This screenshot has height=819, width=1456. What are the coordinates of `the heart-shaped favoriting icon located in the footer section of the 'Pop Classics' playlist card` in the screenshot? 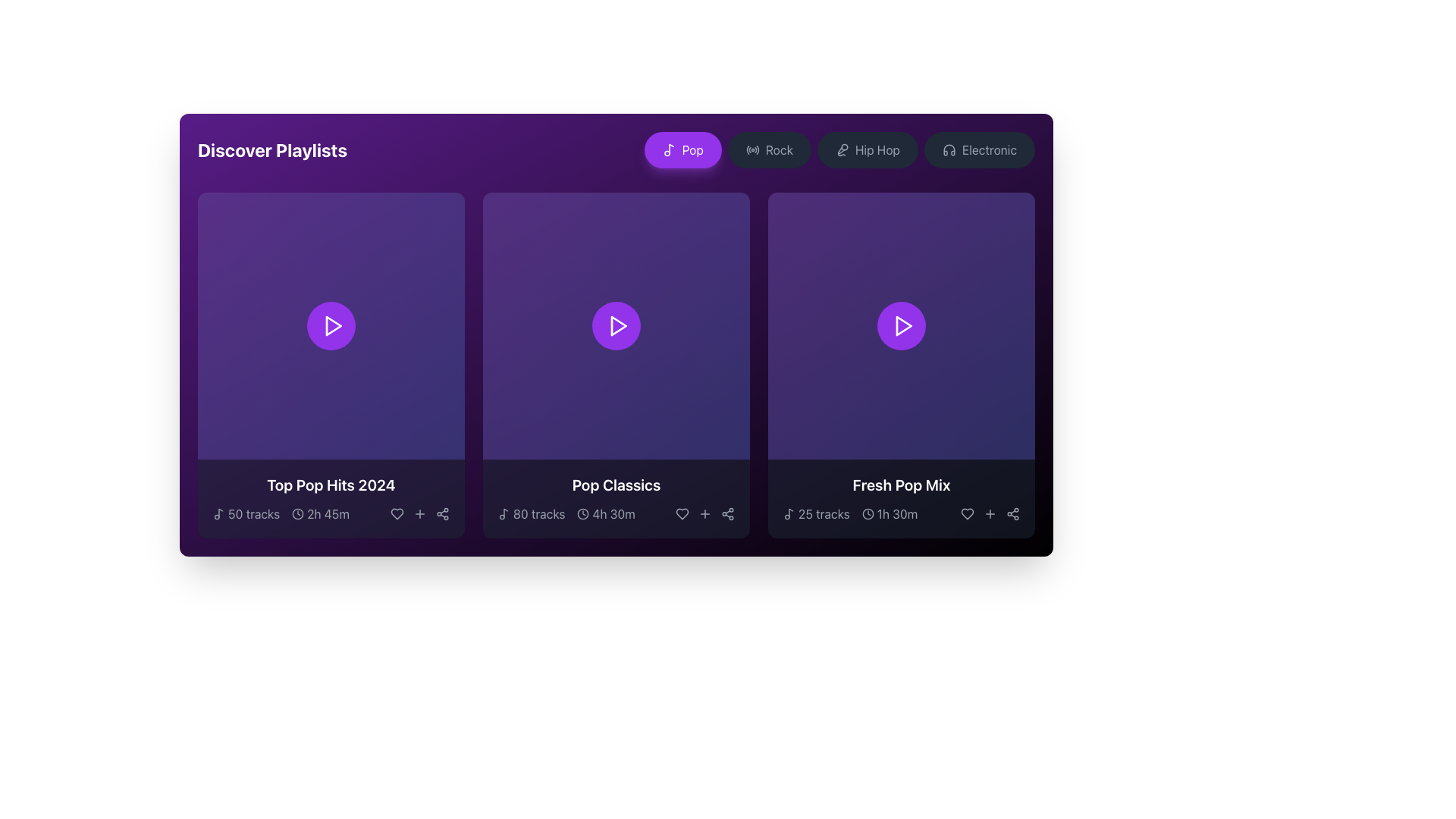 It's located at (682, 513).